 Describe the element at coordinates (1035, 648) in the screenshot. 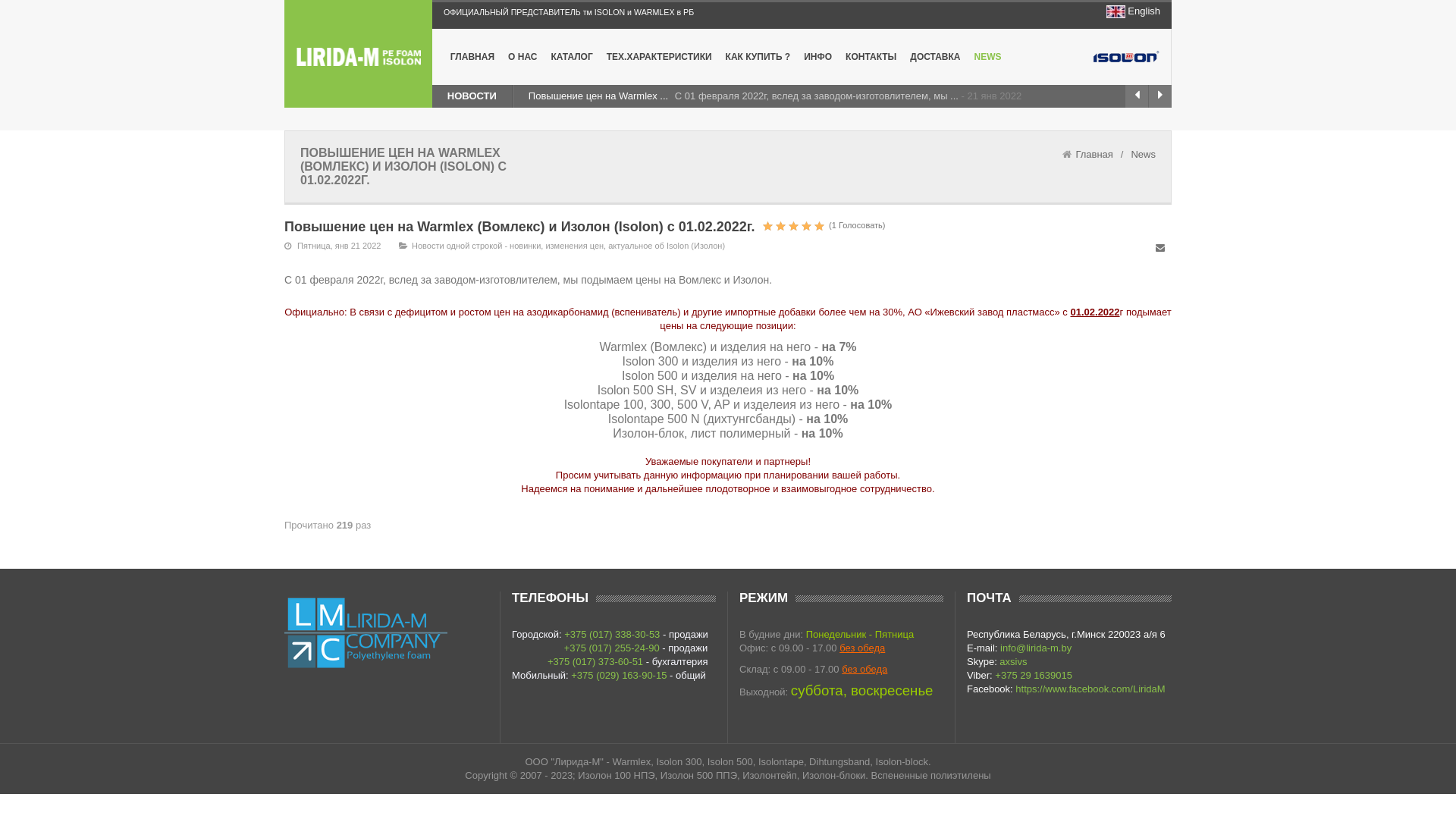

I see `'info@lirida-m.by'` at that location.